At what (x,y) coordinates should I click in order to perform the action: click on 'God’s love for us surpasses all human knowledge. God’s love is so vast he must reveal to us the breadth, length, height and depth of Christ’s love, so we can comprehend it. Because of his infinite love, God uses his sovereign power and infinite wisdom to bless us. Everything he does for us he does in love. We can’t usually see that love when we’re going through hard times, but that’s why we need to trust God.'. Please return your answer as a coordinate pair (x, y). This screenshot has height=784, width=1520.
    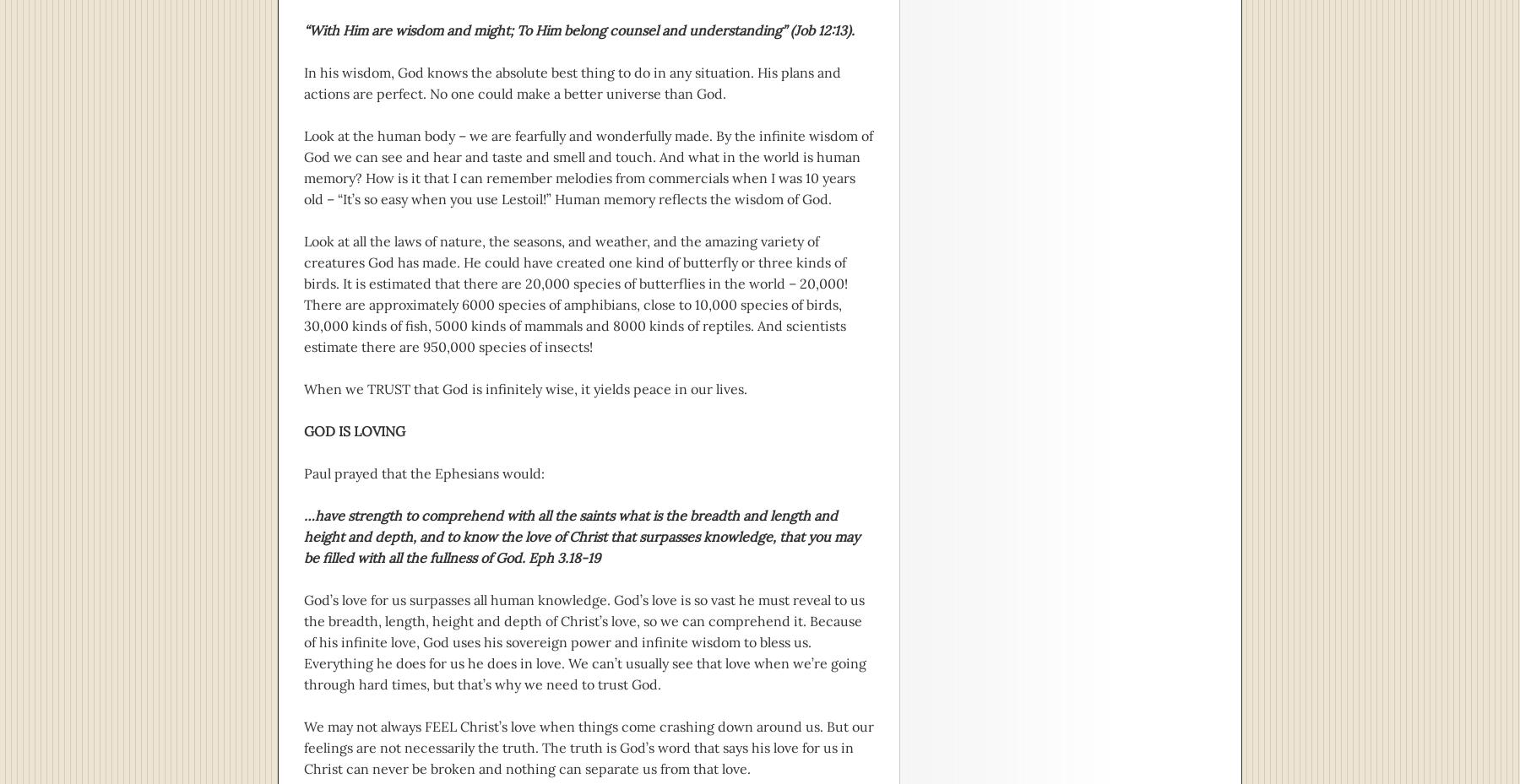
    Looking at the image, I should click on (584, 641).